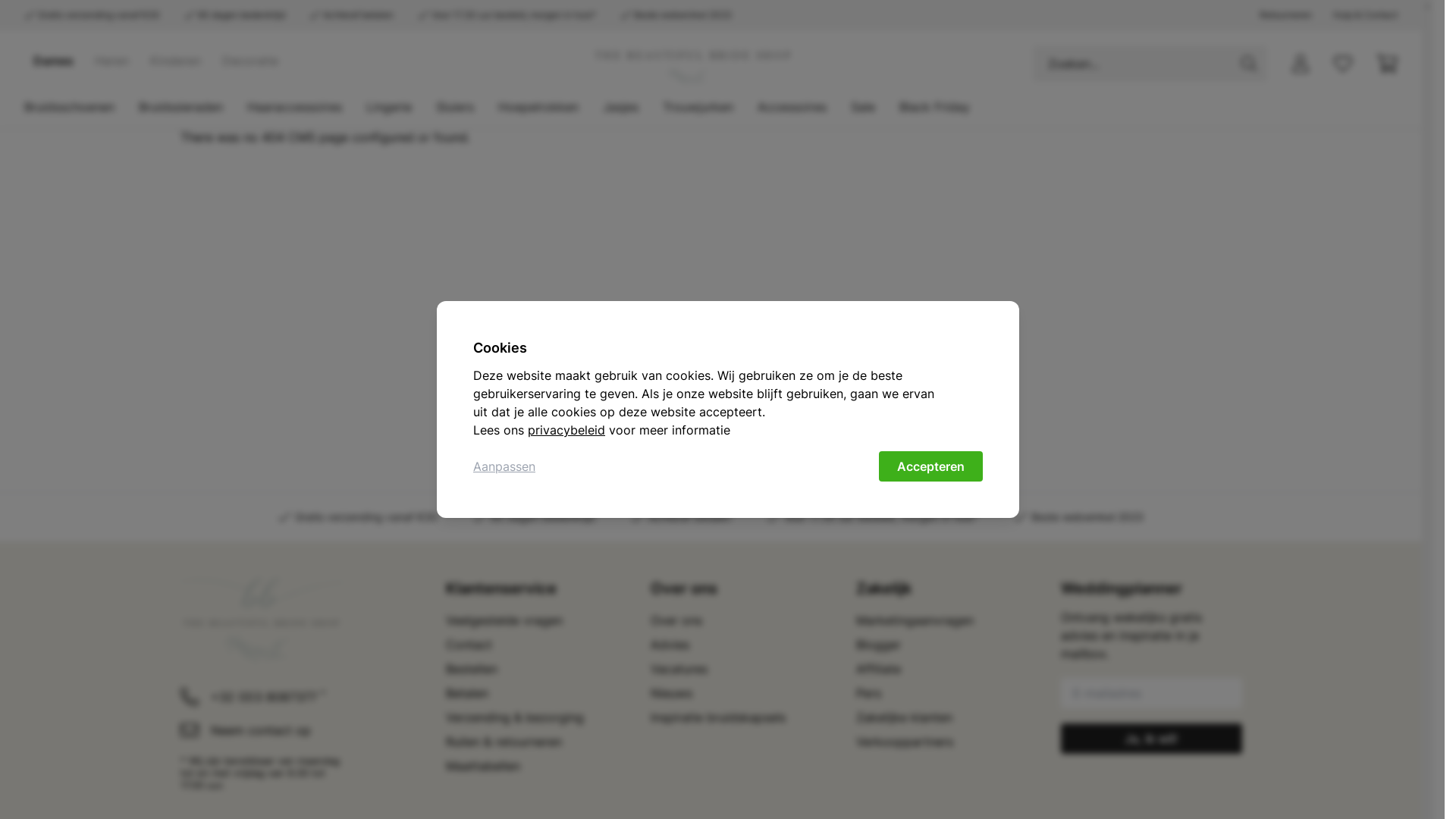  I want to click on 'Contact', so click(445, 644).